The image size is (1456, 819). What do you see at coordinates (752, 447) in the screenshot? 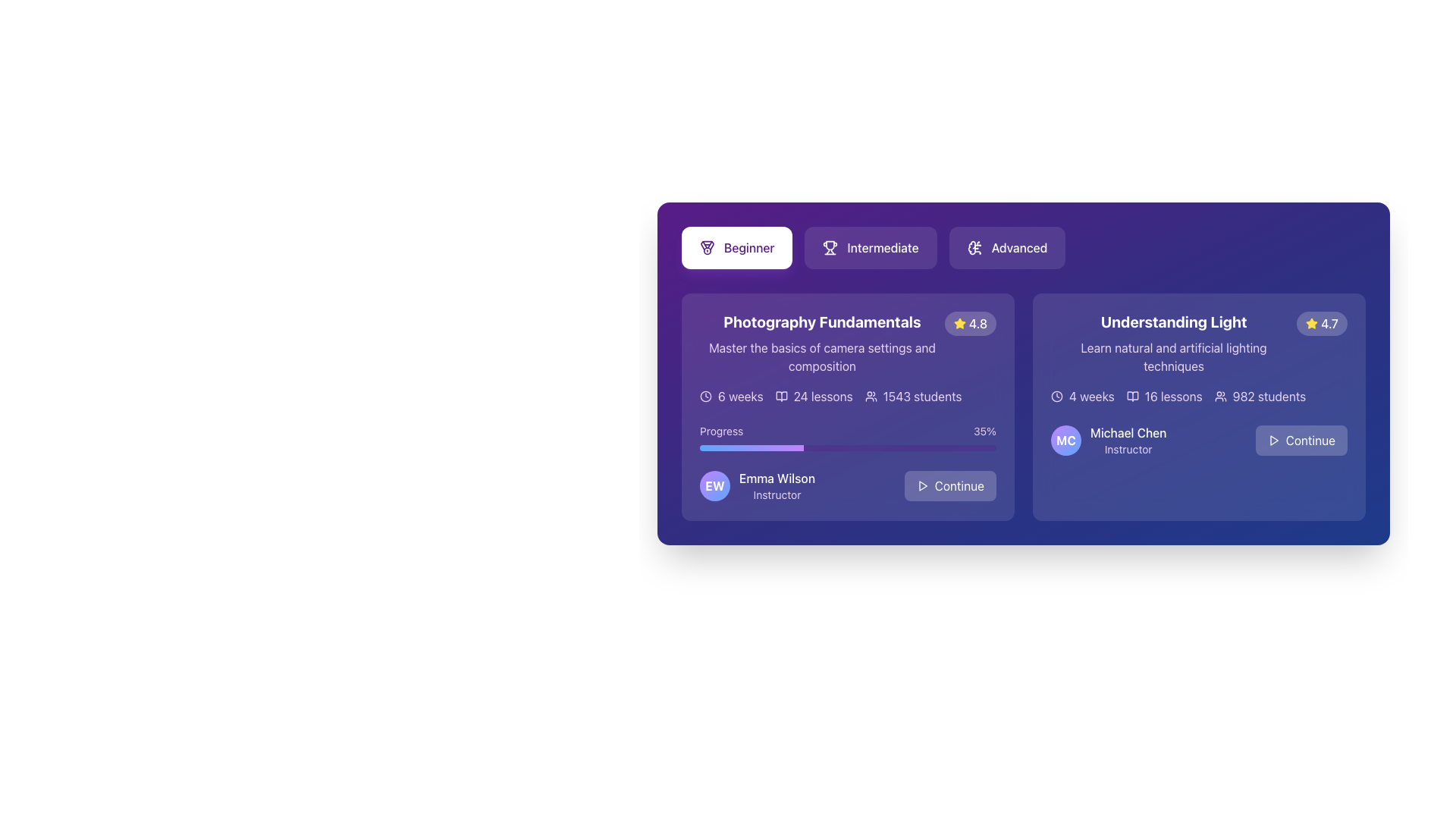
I see `the Progress indicator (progress bar segment) which is a horizontal bar with a gradient color scheme transitioning from blue to purple, representing 35% completion` at bounding box center [752, 447].